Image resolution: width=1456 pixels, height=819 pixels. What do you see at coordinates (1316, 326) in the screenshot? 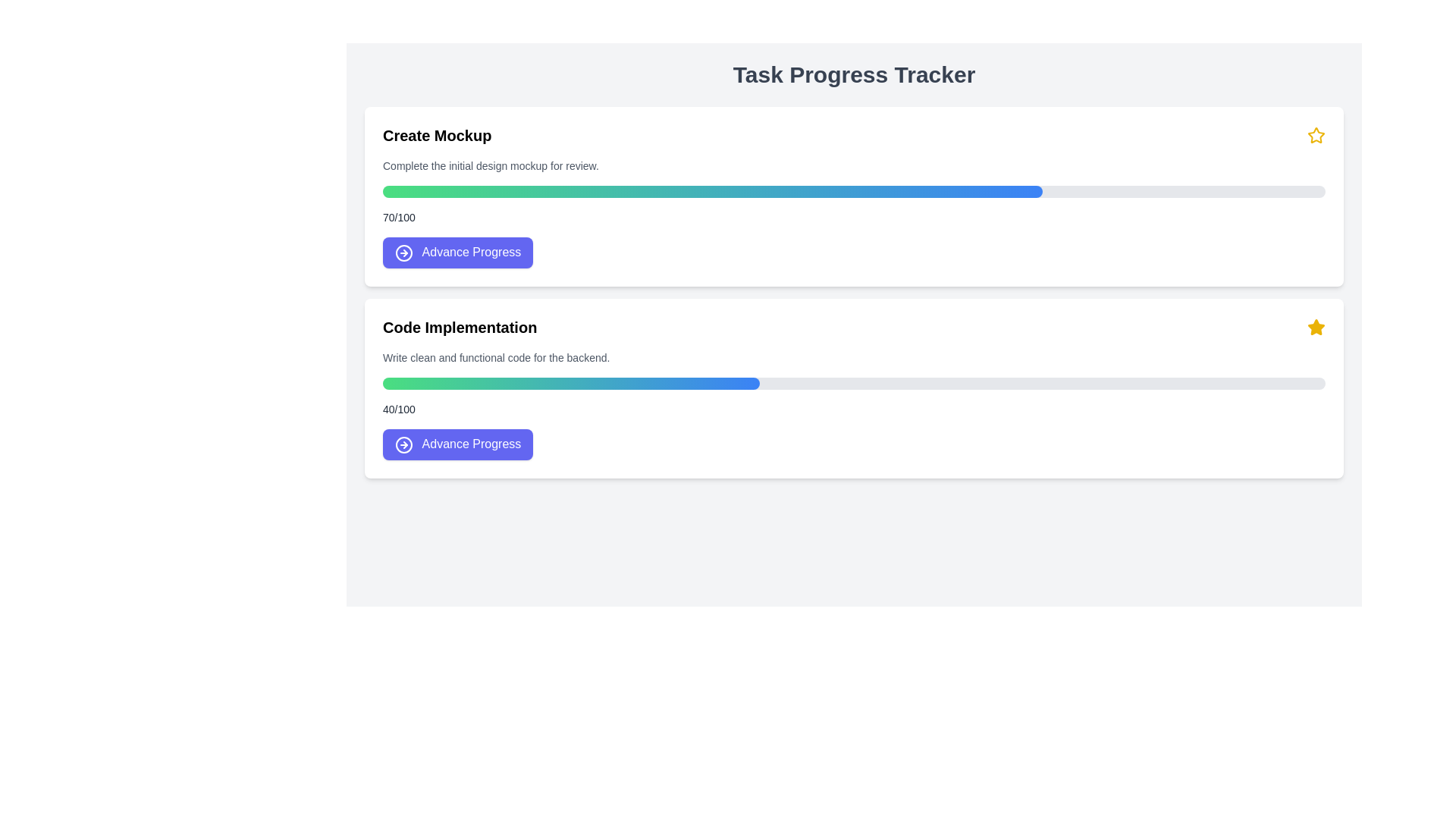
I see `the star-shaped yellow icon button located directly to the right of the title text 'Code Implementation' in the bottom task card` at bounding box center [1316, 326].